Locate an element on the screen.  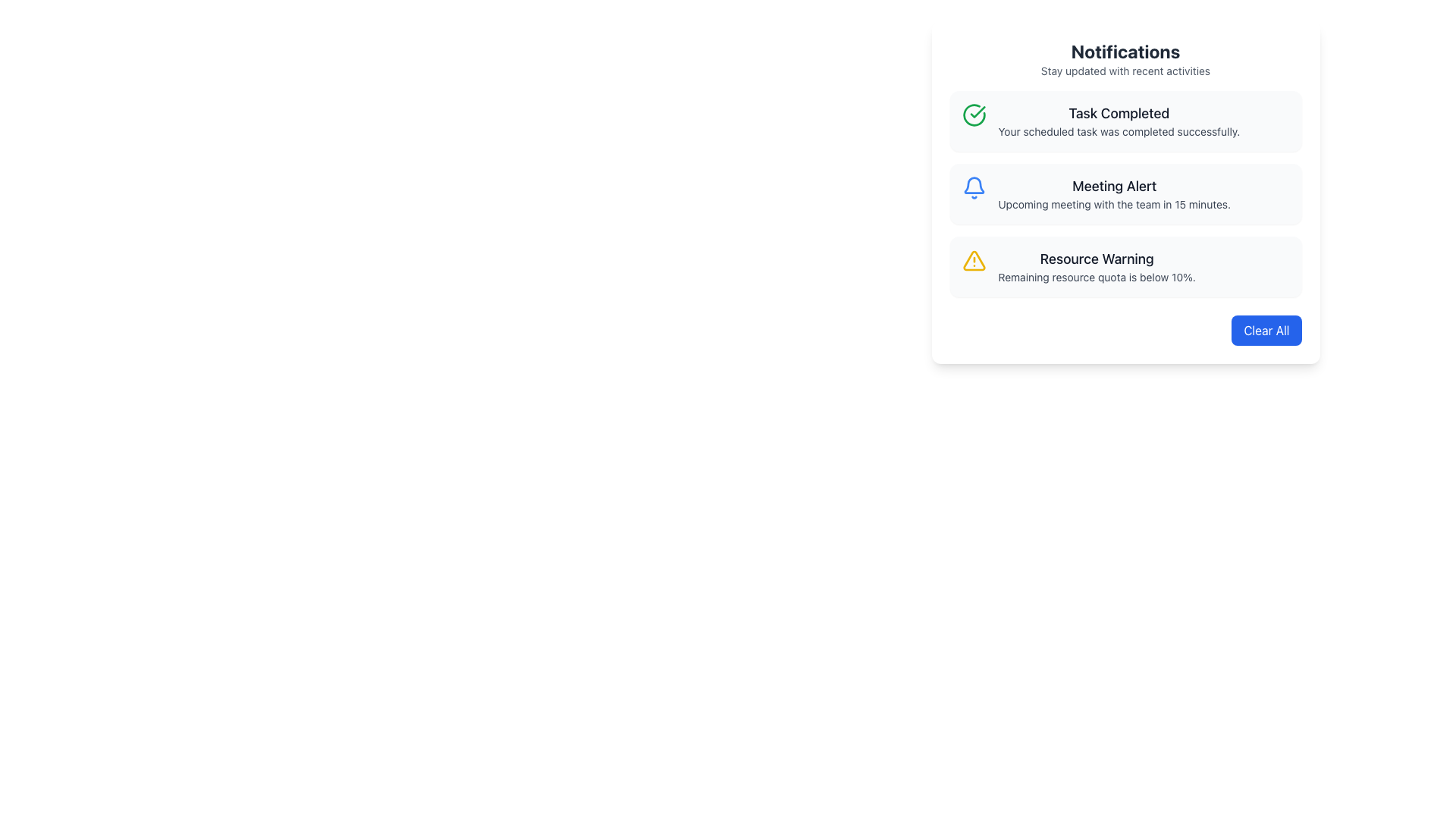
the notification message box displaying 'Task Completed' with a green checkmark icon, located at the top of the notification list is located at coordinates (1125, 120).